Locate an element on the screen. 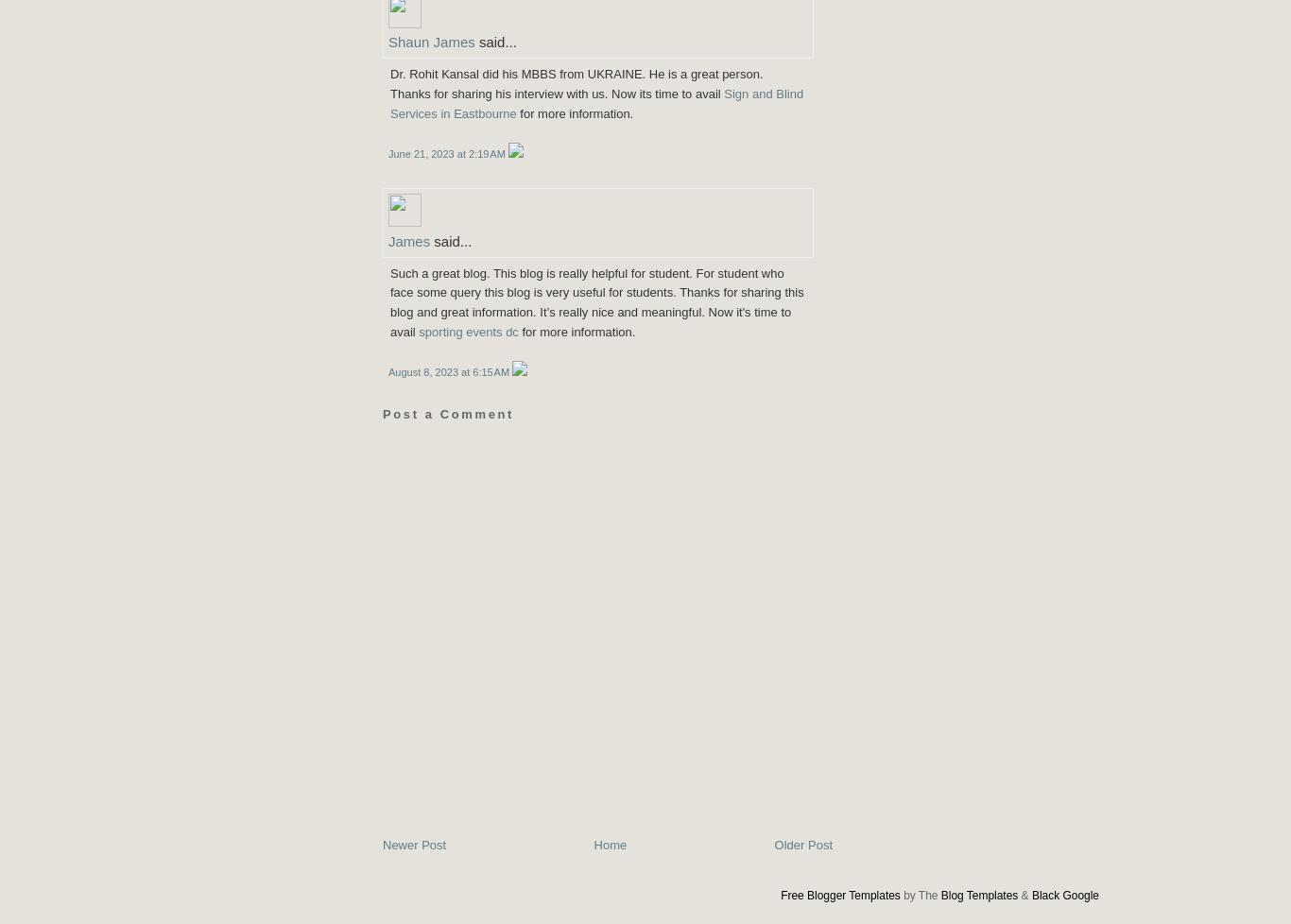  'Blog Templates' is located at coordinates (977, 894).